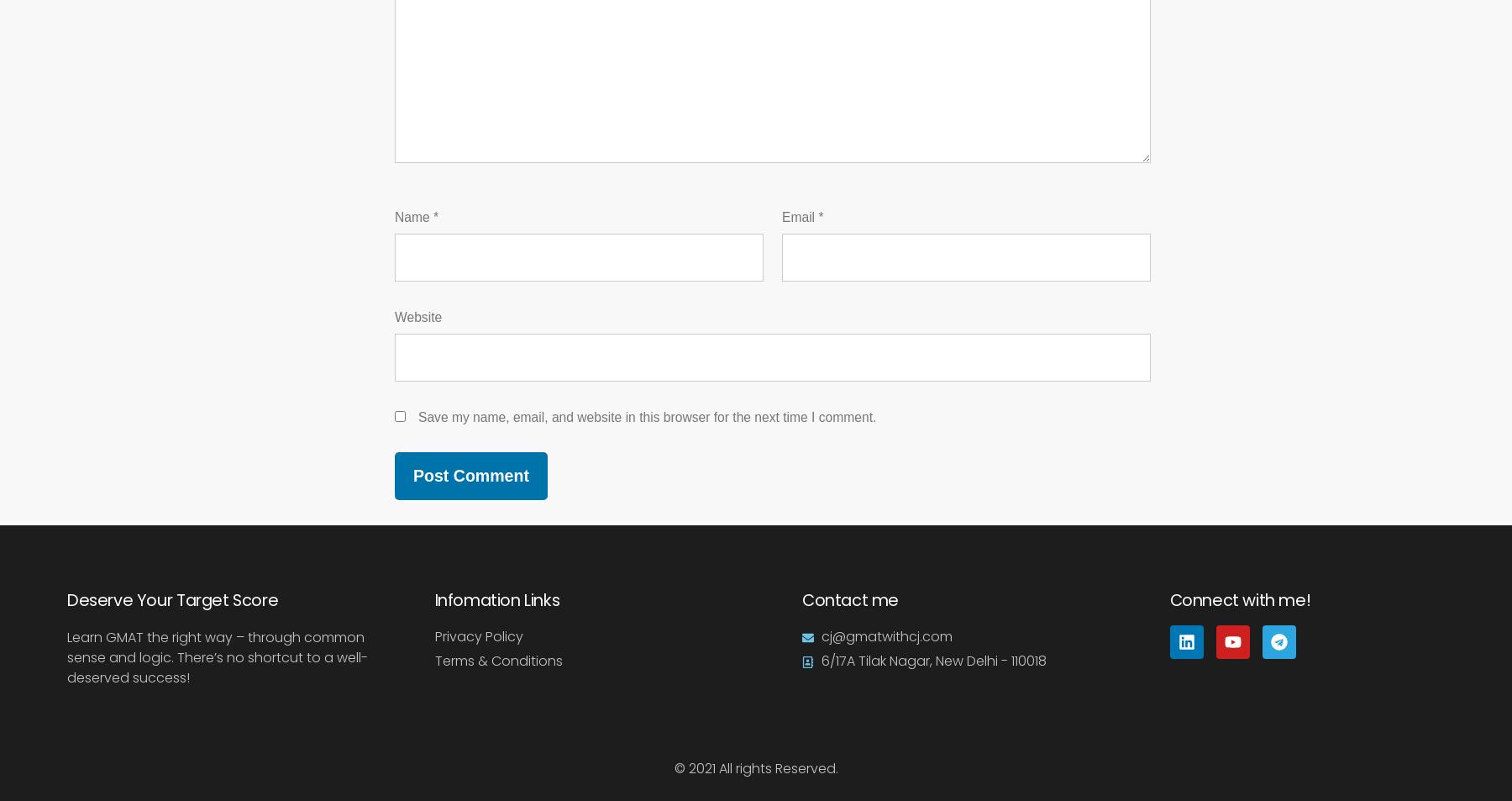  What do you see at coordinates (885, 635) in the screenshot?
I see `'cj@gmatwithcj.com'` at bounding box center [885, 635].